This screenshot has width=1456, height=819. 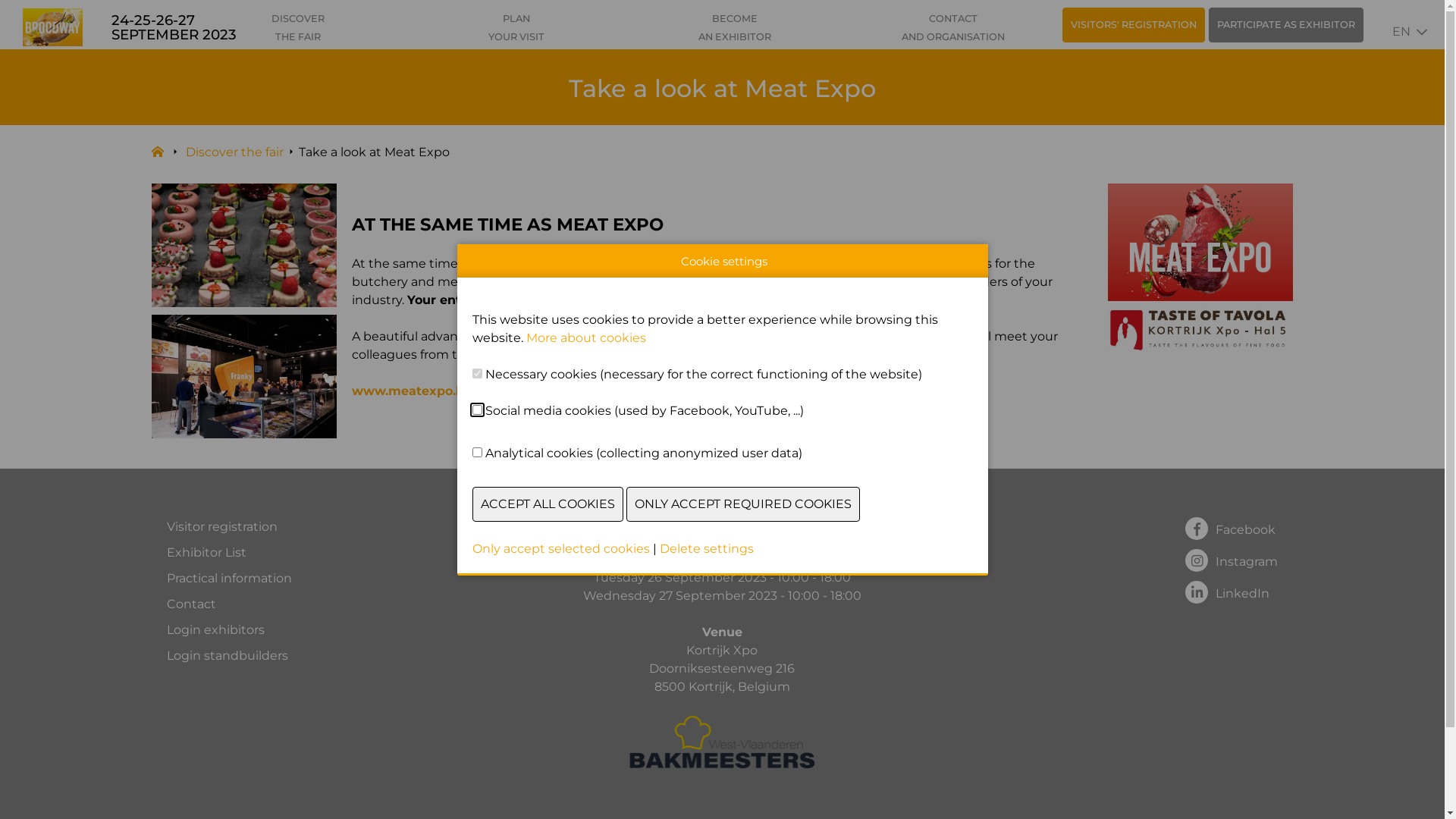 I want to click on 'Discover the fair', so click(x=234, y=152).